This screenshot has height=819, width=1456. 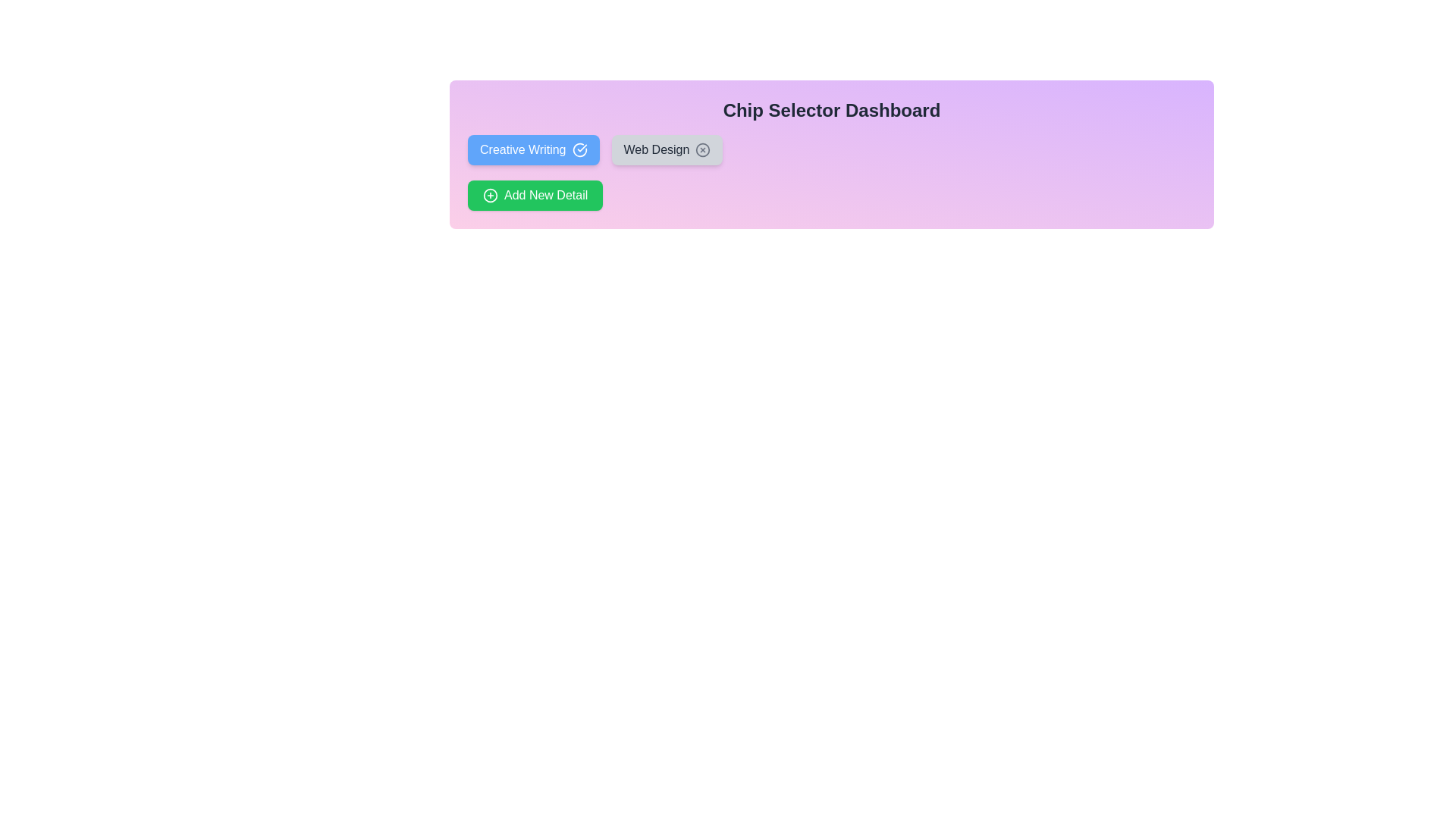 What do you see at coordinates (533, 149) in the screenshot?
I see `the chip labeled Creative Writing` at bounding box center [533, 149].